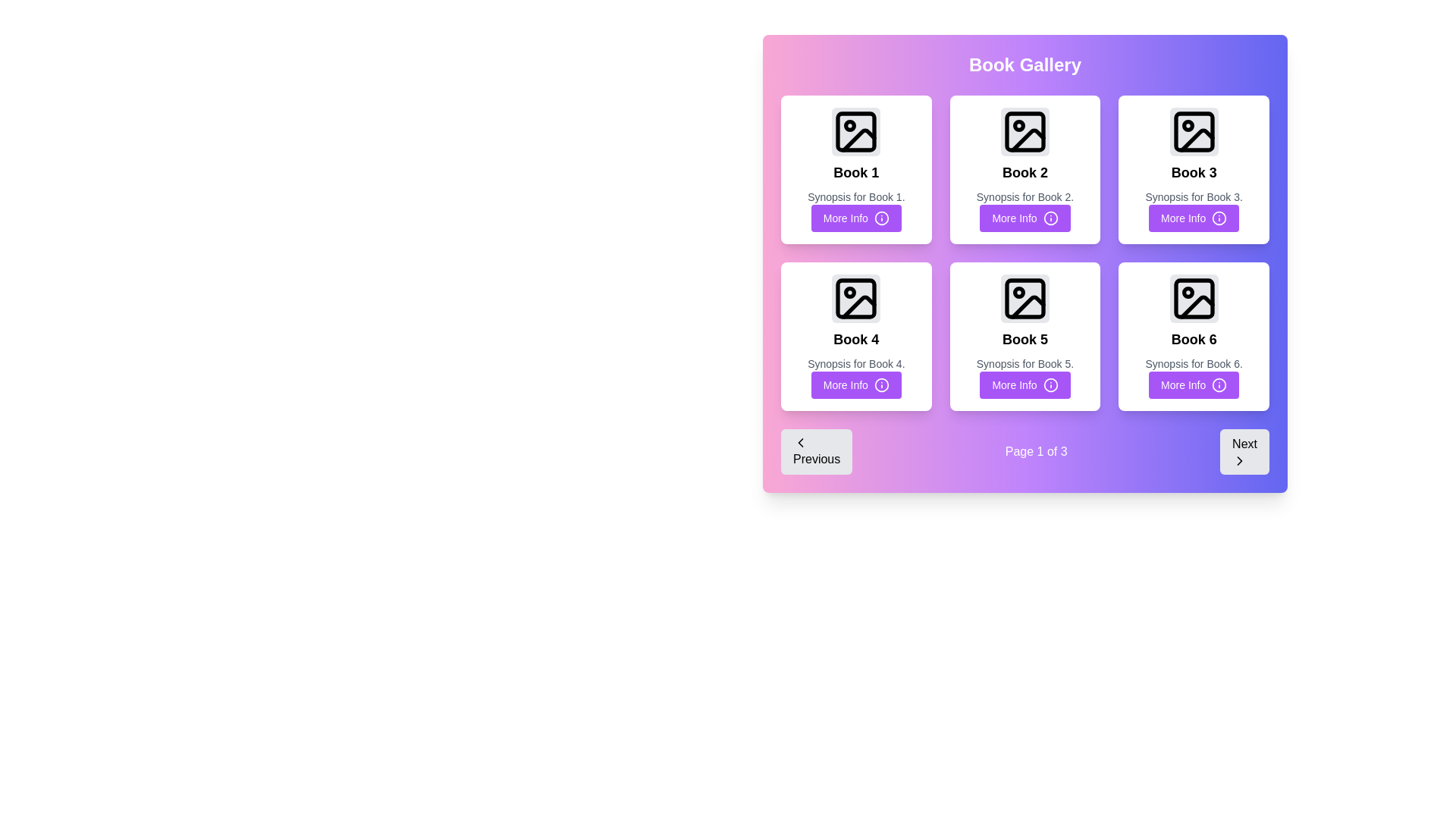 This screenshot has height=819, width=1456. What do you see at coordinates (1187, 292) in the screenshot?
I see `the decorative circle graphic element within the photo icon of the sixth book card in the Book Gallery section` at bounding box center [1187, 292].